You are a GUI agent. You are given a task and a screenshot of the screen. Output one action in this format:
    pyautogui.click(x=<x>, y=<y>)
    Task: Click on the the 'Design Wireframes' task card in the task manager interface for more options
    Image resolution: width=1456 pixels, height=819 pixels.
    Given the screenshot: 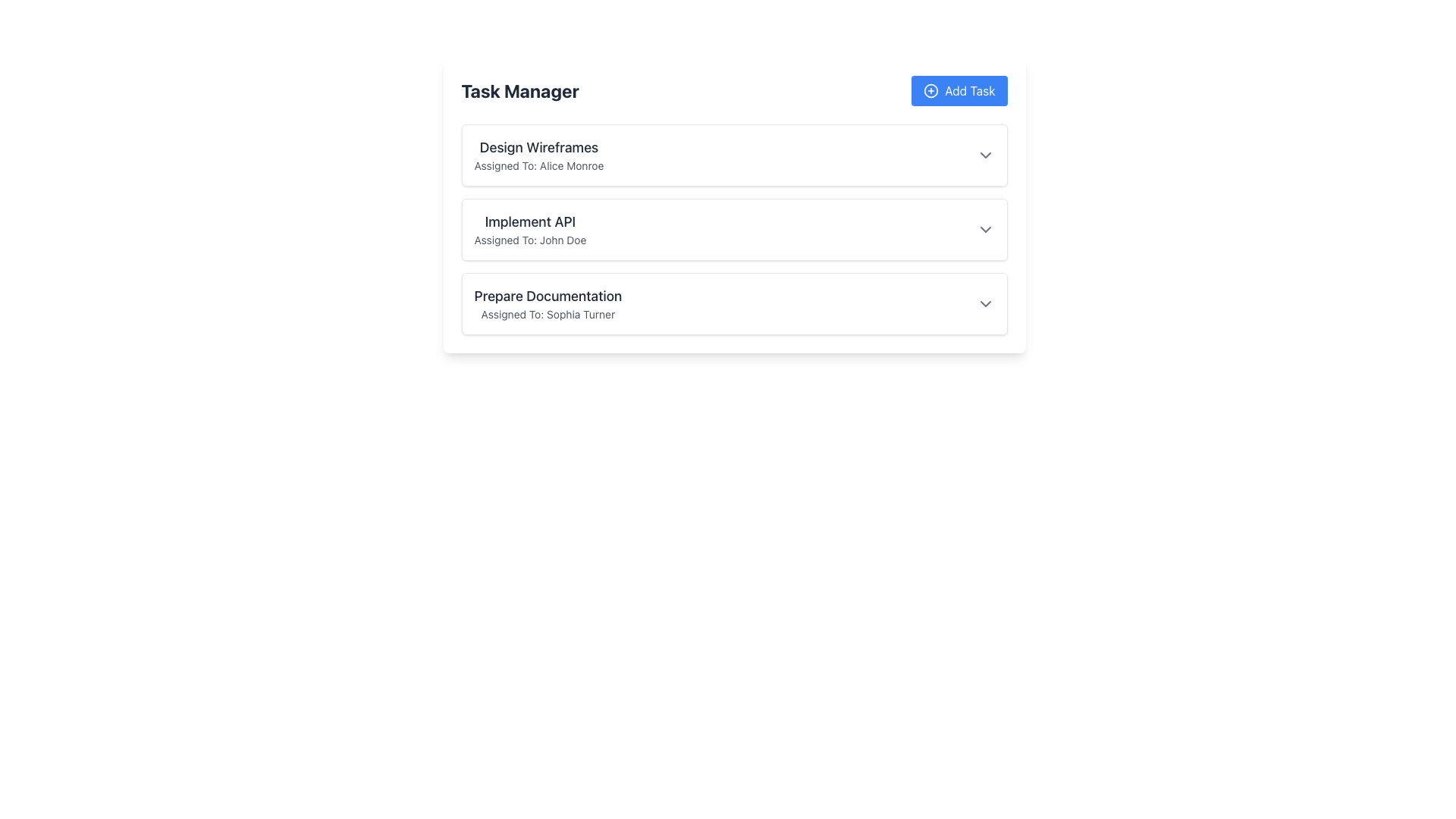 What is the action you would take?
    pyautogui.click(x=734, y=155)
    